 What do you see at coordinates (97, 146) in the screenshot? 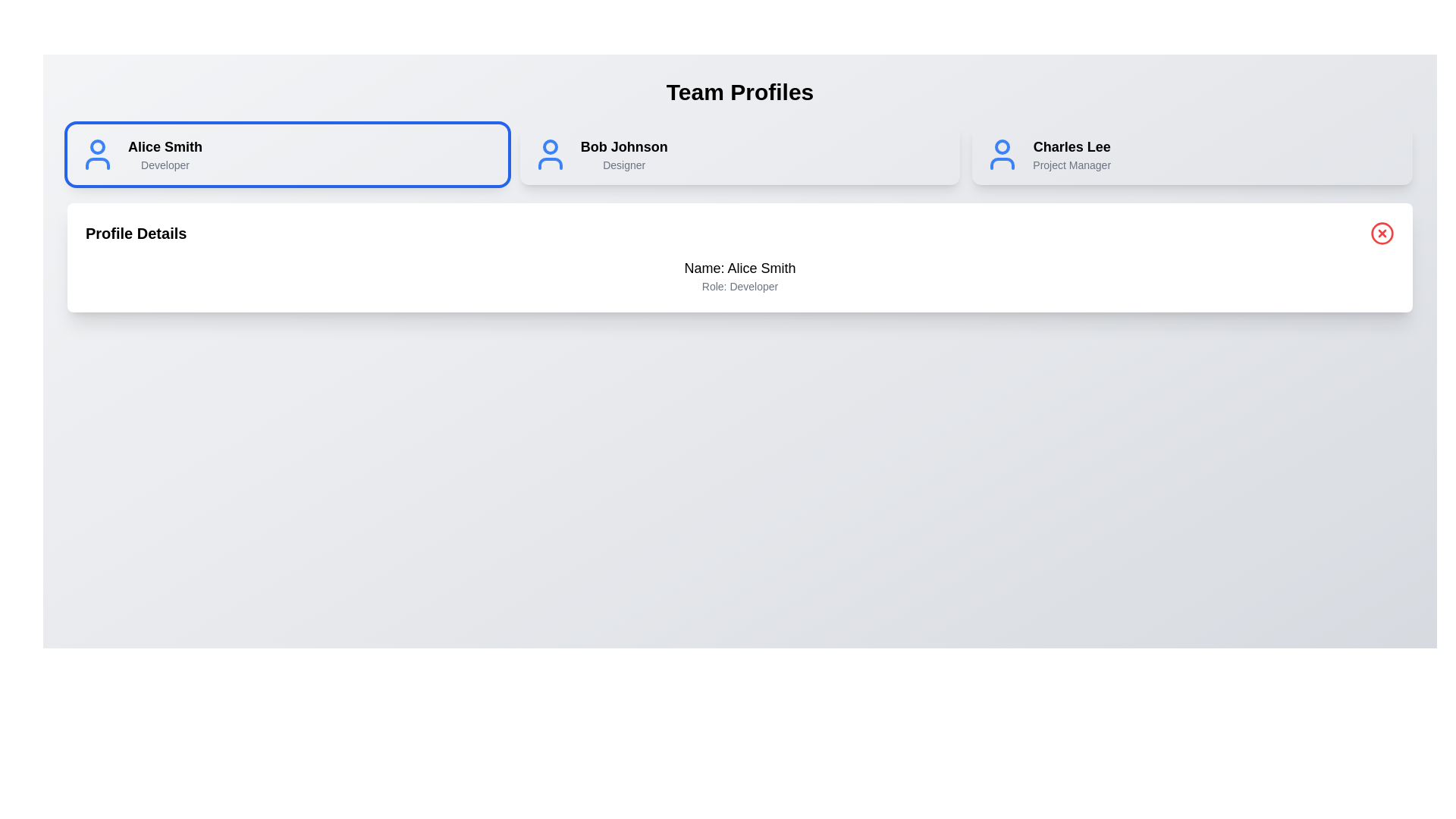
I see `the user profile icon by clicking on the upper circular part of the icon, which serves as an avatar placeholder within the first profile card` at bounding box center [97, 146].